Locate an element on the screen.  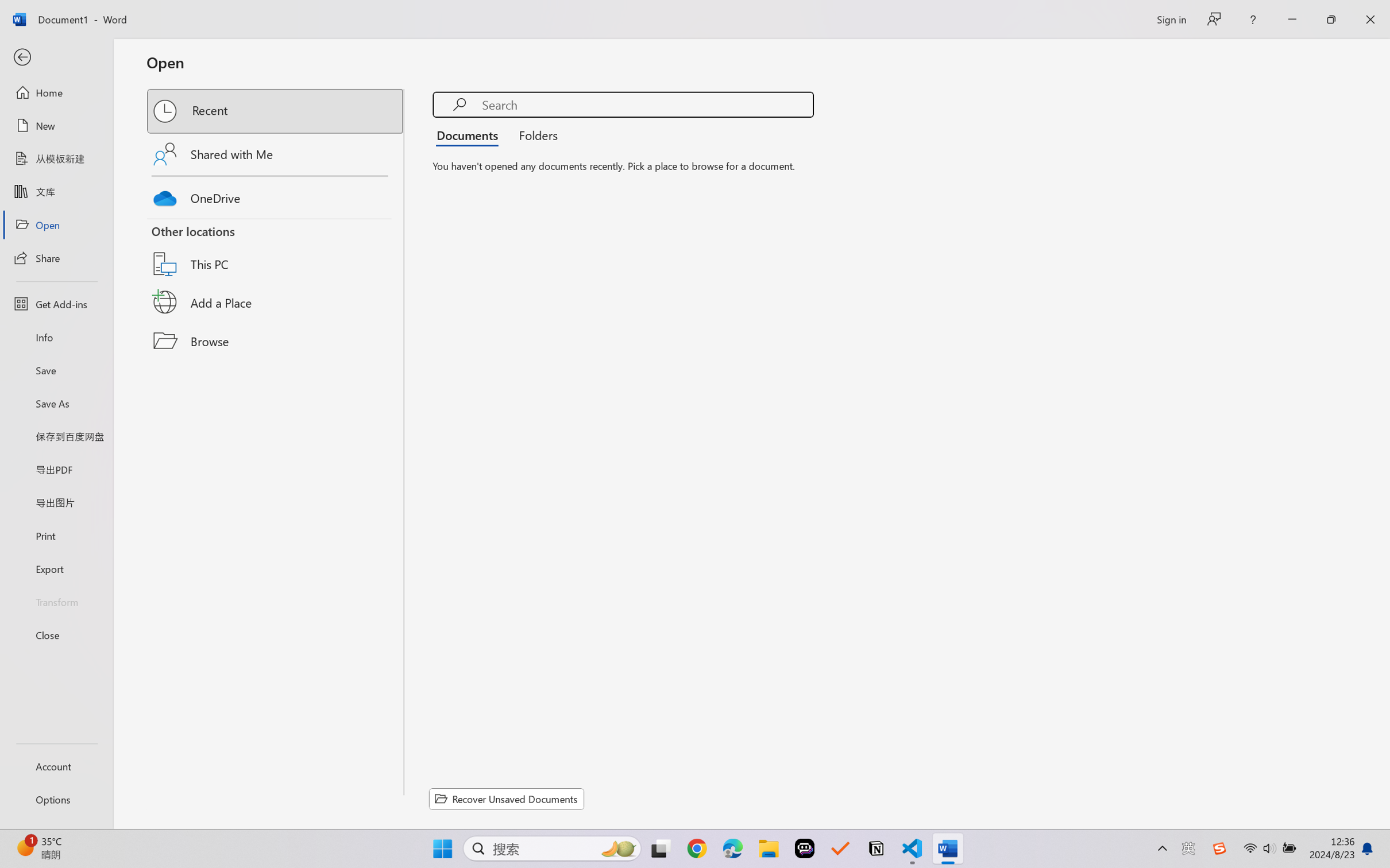
'Export' is located at coordinates (56, 568).